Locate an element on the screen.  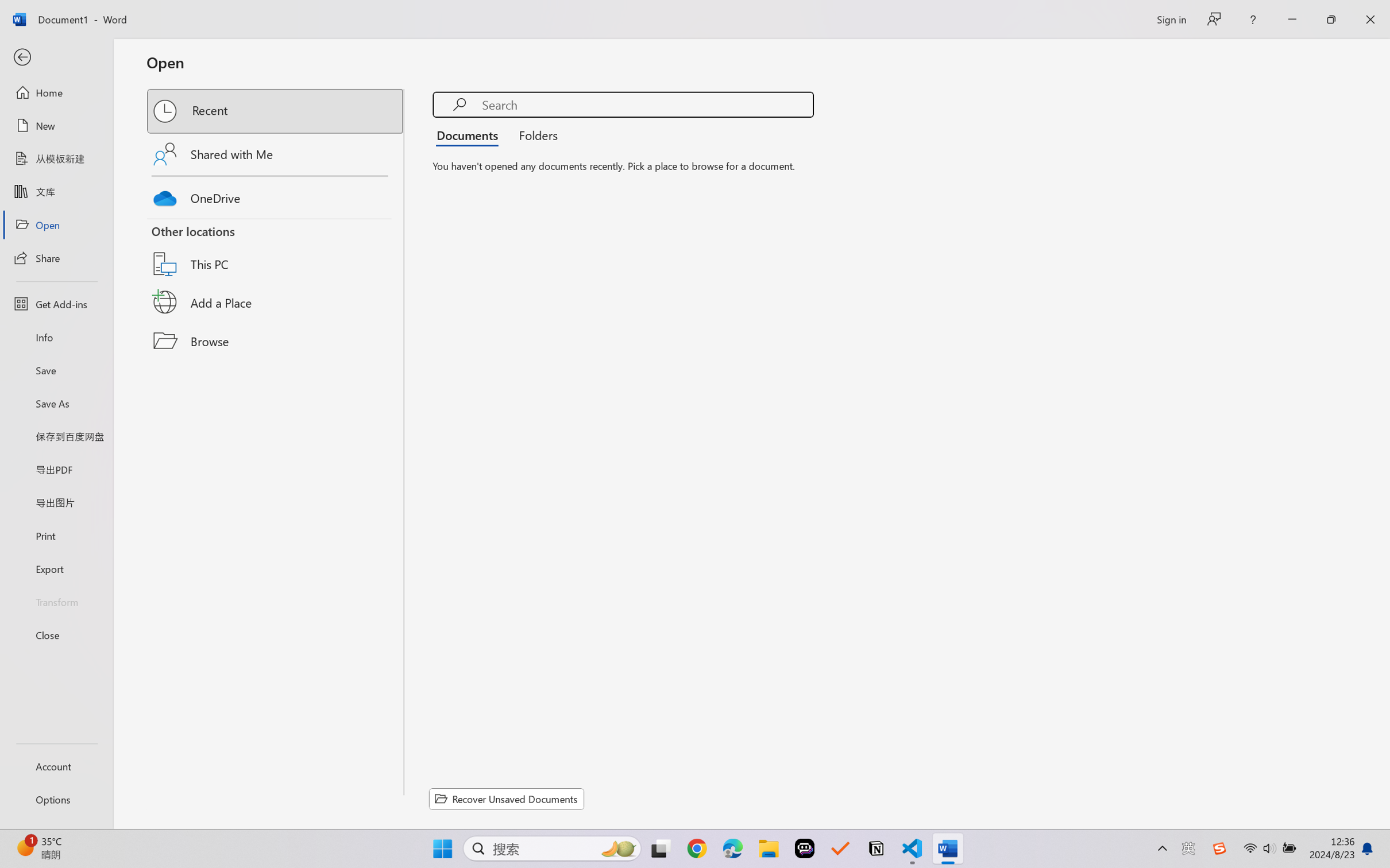
'Export' is located at coordinates (56, 568).